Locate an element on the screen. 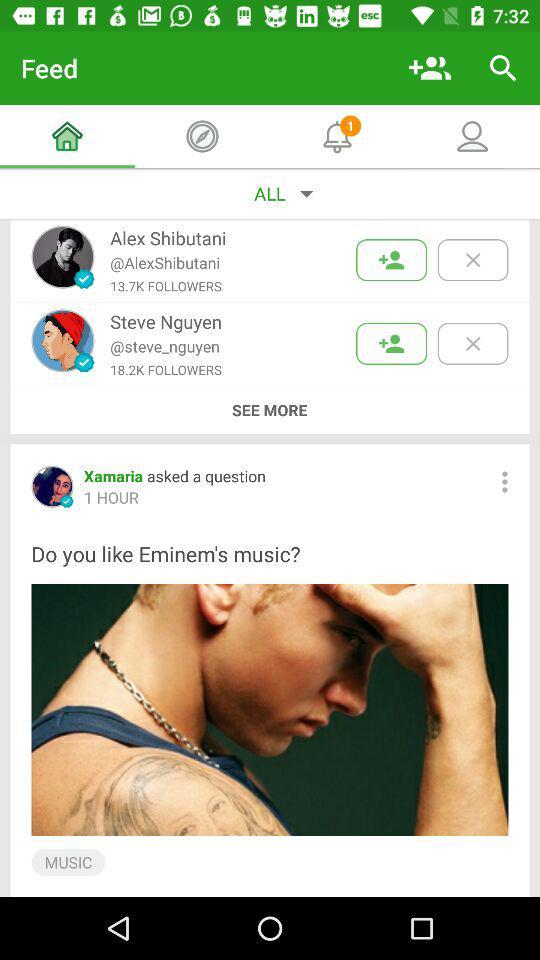  develop the menu for more options is located at coordinates (503, 481).